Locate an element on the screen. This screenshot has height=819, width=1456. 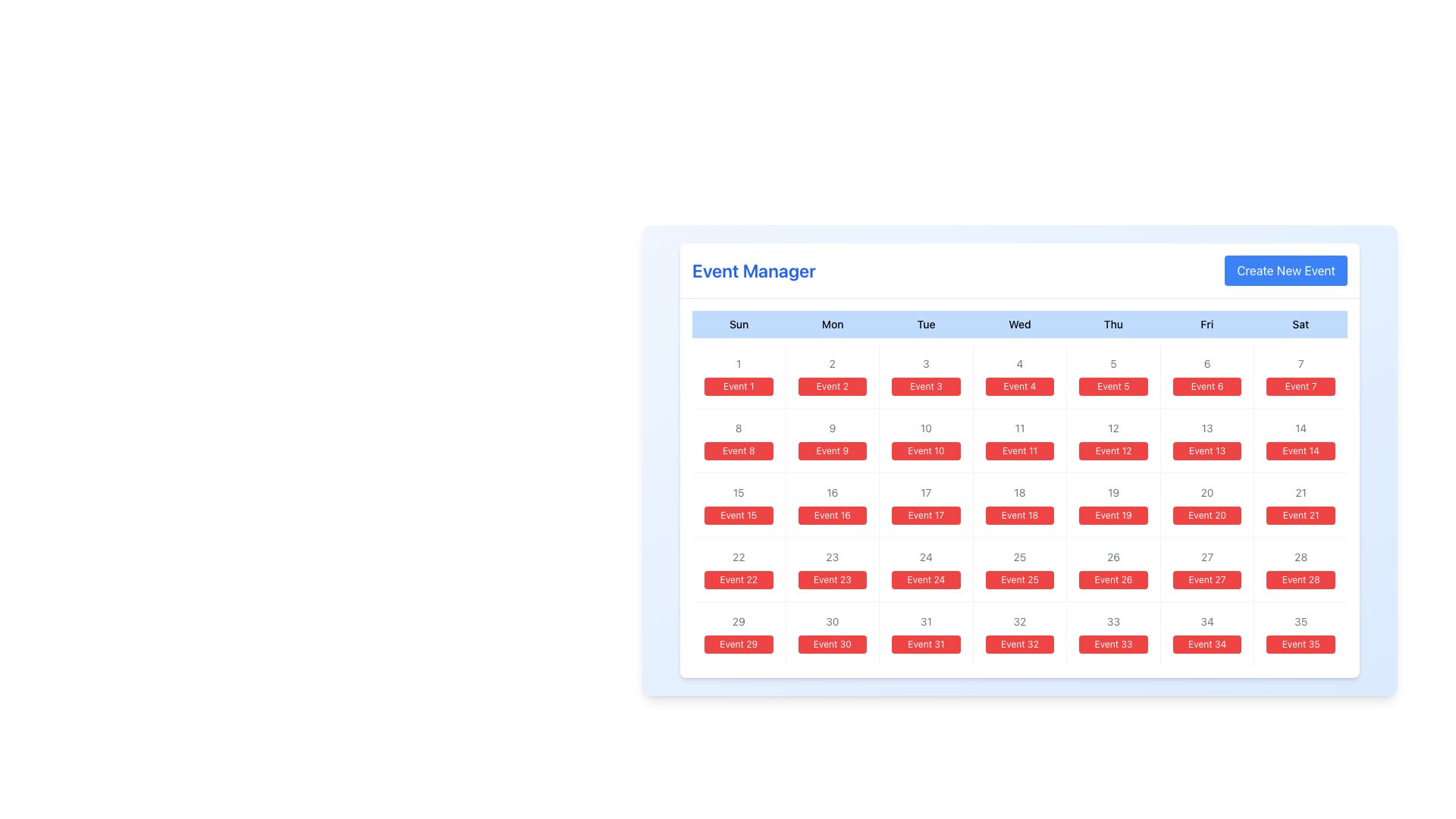
the button-like label with the text 'Event 27' in the Friday column of the fifth row in the calendar view is located at coordinates (1207, 579).